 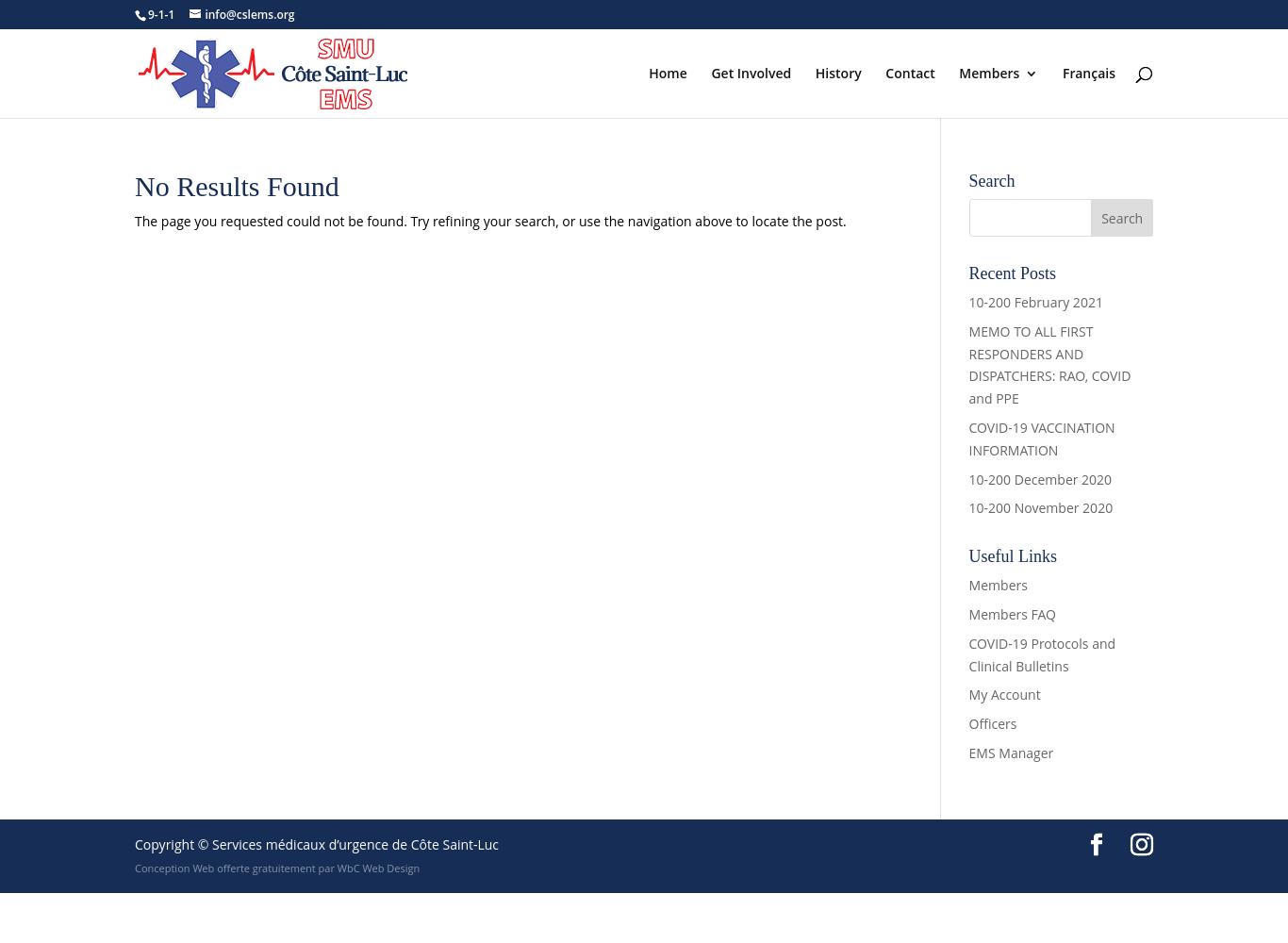 What do you see at coordinates (990, 180) in the screenshot?
I see `'Search'` at bounding box center [990, 180].